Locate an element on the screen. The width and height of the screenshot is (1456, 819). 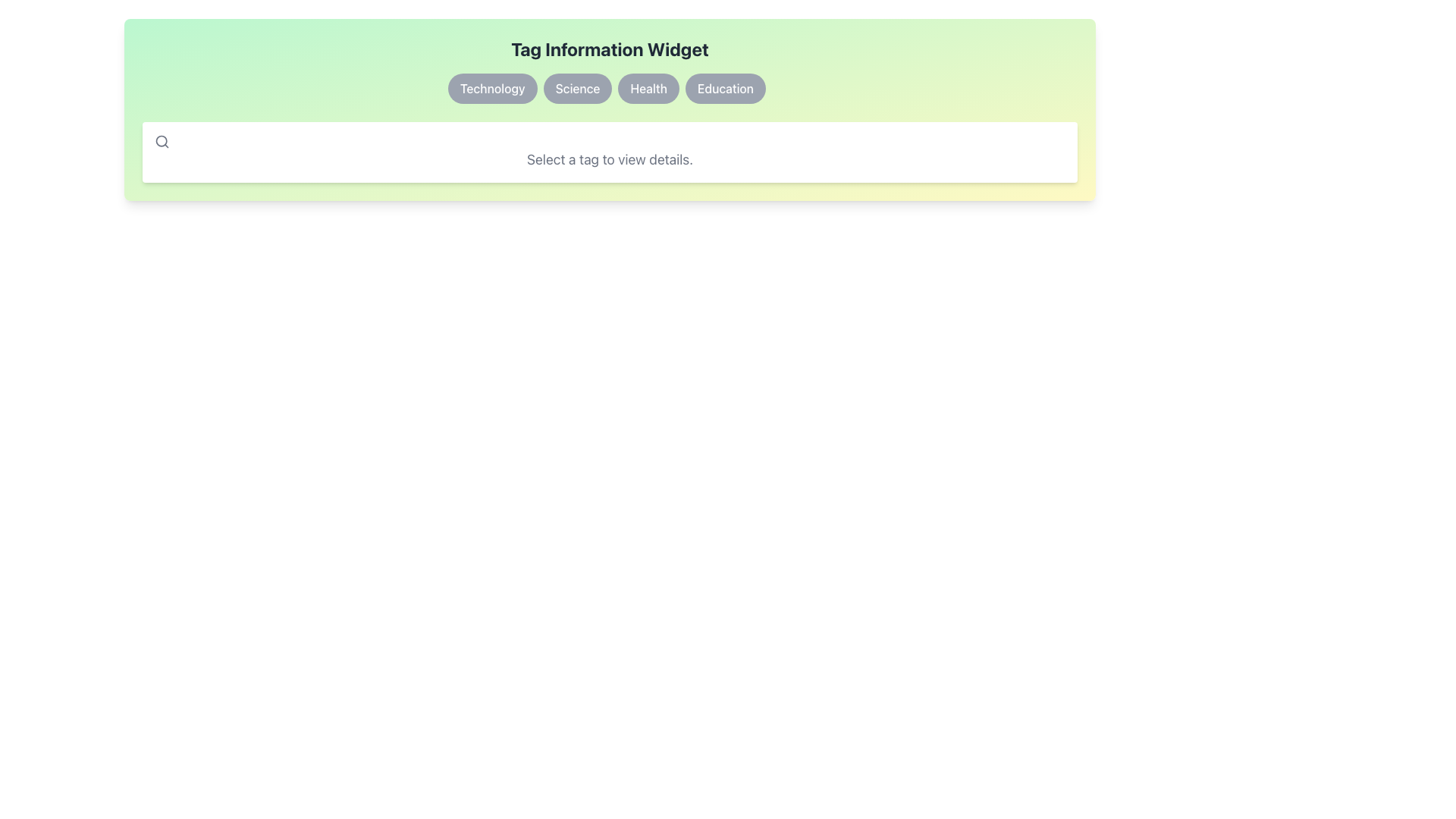
the gray search icon located at the left end of the message box area is located at coordinates (162, 141).